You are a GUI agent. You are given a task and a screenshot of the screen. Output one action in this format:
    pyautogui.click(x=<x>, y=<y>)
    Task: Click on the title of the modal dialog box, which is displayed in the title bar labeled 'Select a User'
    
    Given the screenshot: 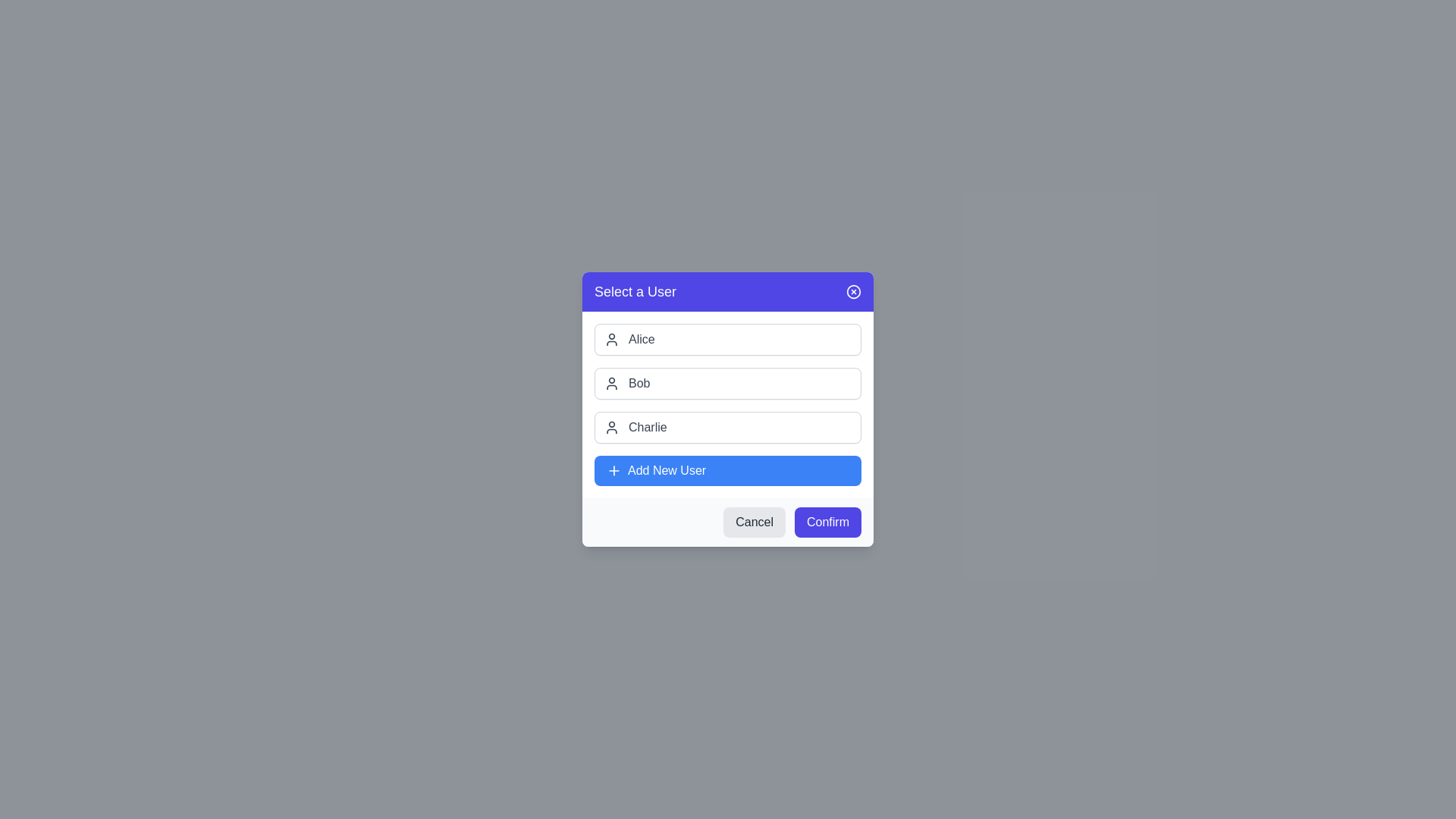 What is the action you would take?
    pyautogui.click(x=728, y=292)
    